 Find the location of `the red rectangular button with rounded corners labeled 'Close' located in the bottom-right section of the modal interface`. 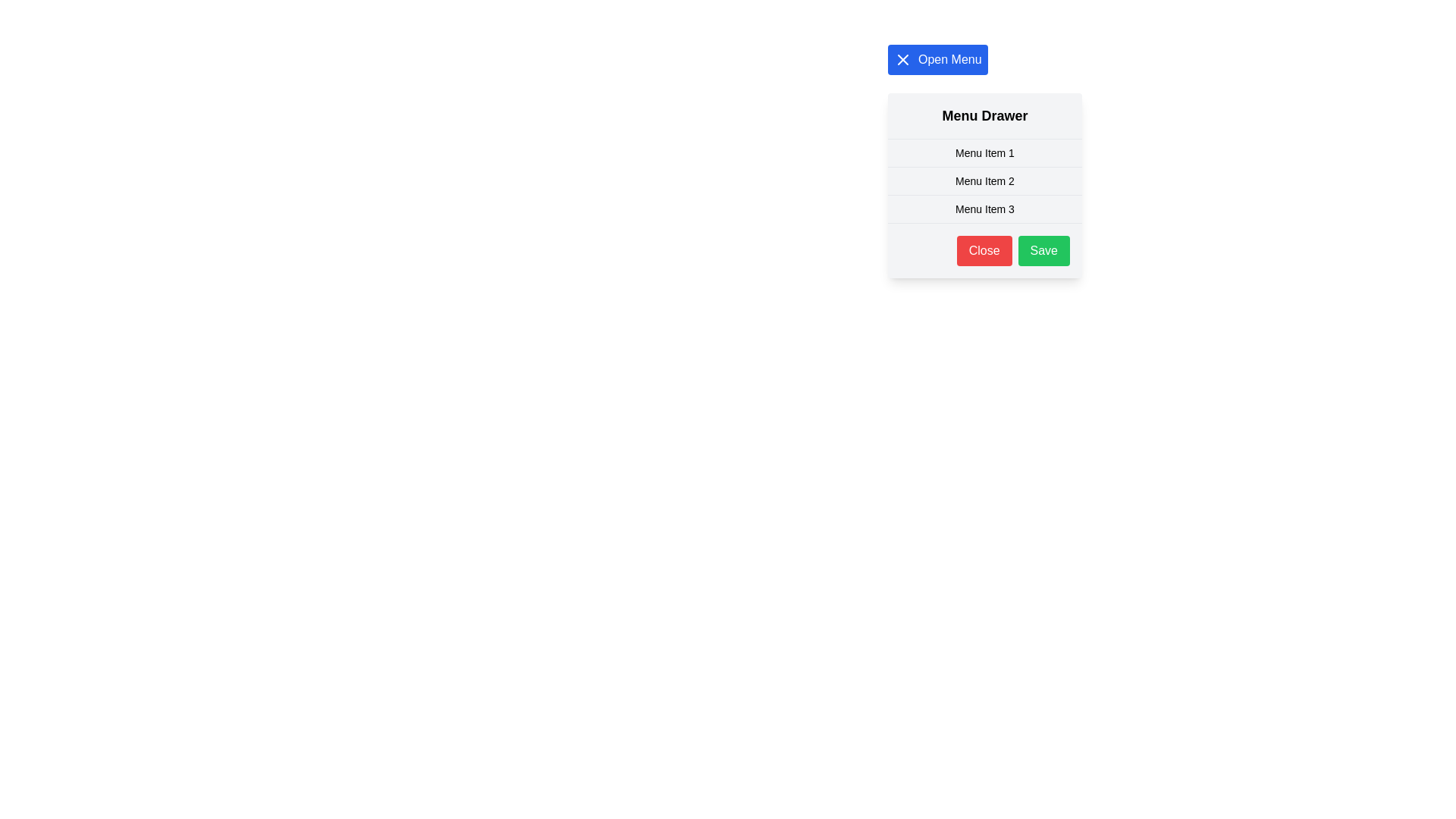

the red rectangular button with rounded corners labeled 'Close' located in the bottom-right section of the modal interface is located at coordinates (984, 250).